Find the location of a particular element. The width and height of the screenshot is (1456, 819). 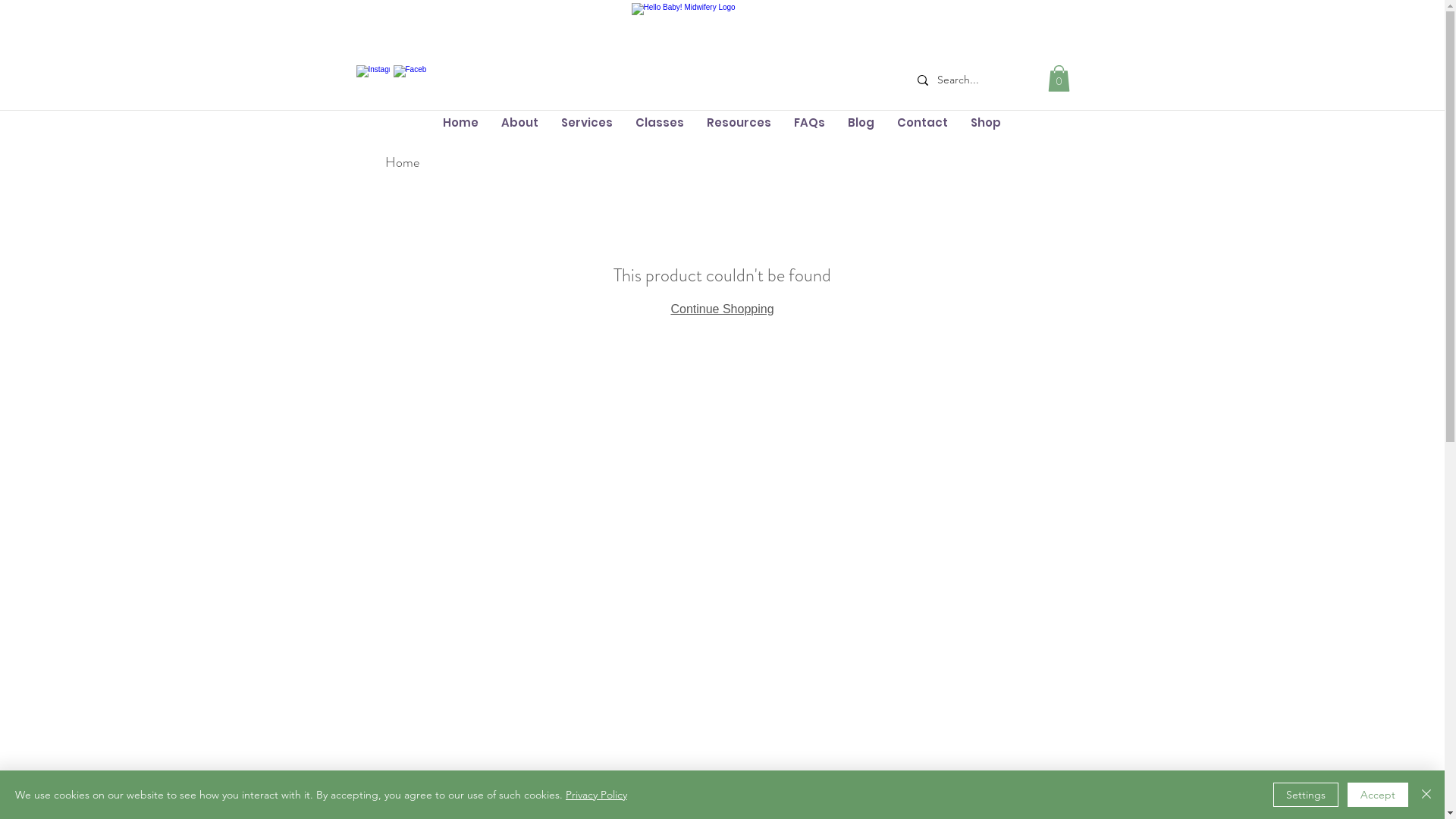

'Continue Shopping' is located at coordinates (720, 308).